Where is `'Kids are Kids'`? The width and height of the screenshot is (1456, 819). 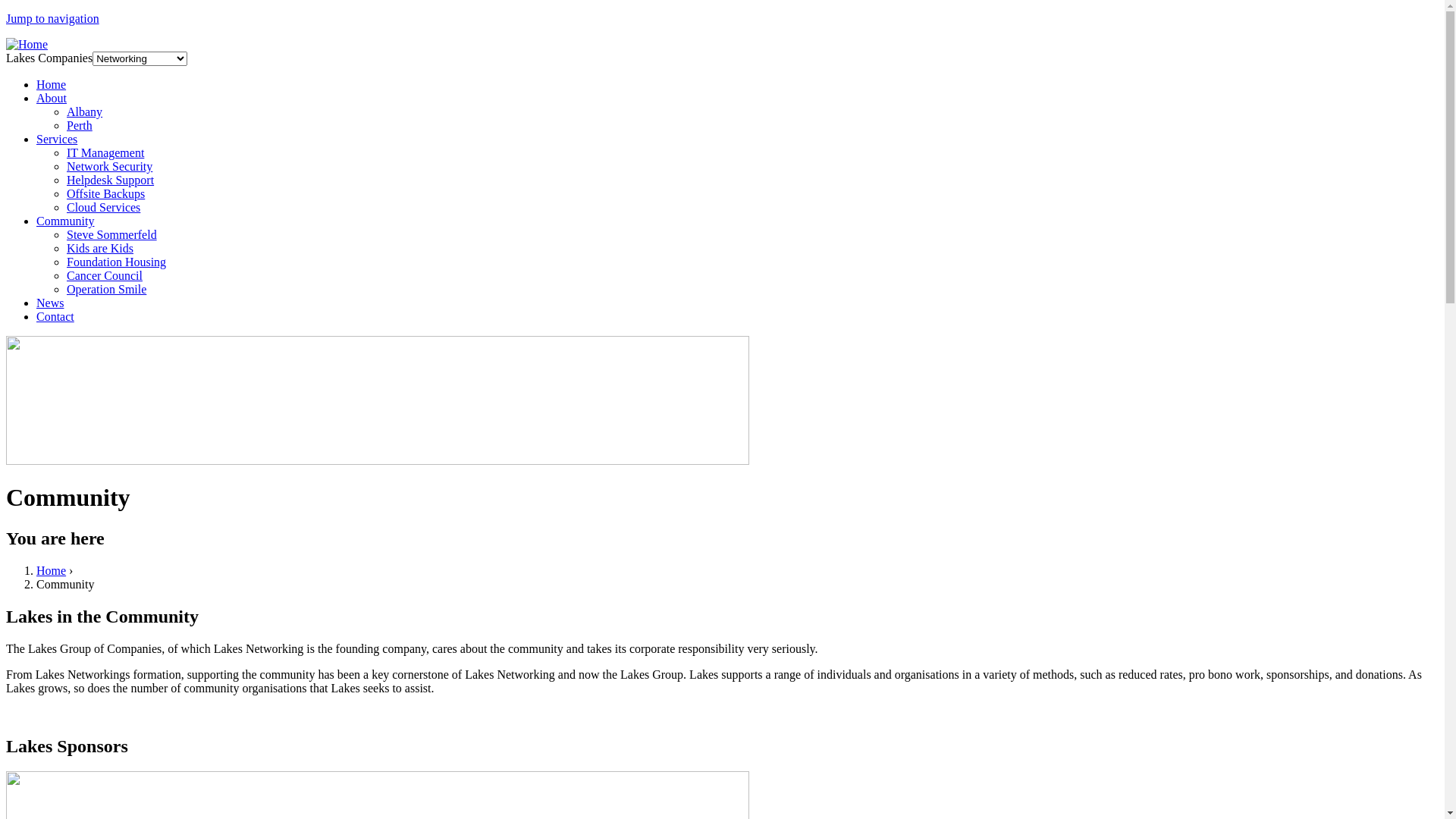 'Kids are Kids' is located at coordinates (99, 247).